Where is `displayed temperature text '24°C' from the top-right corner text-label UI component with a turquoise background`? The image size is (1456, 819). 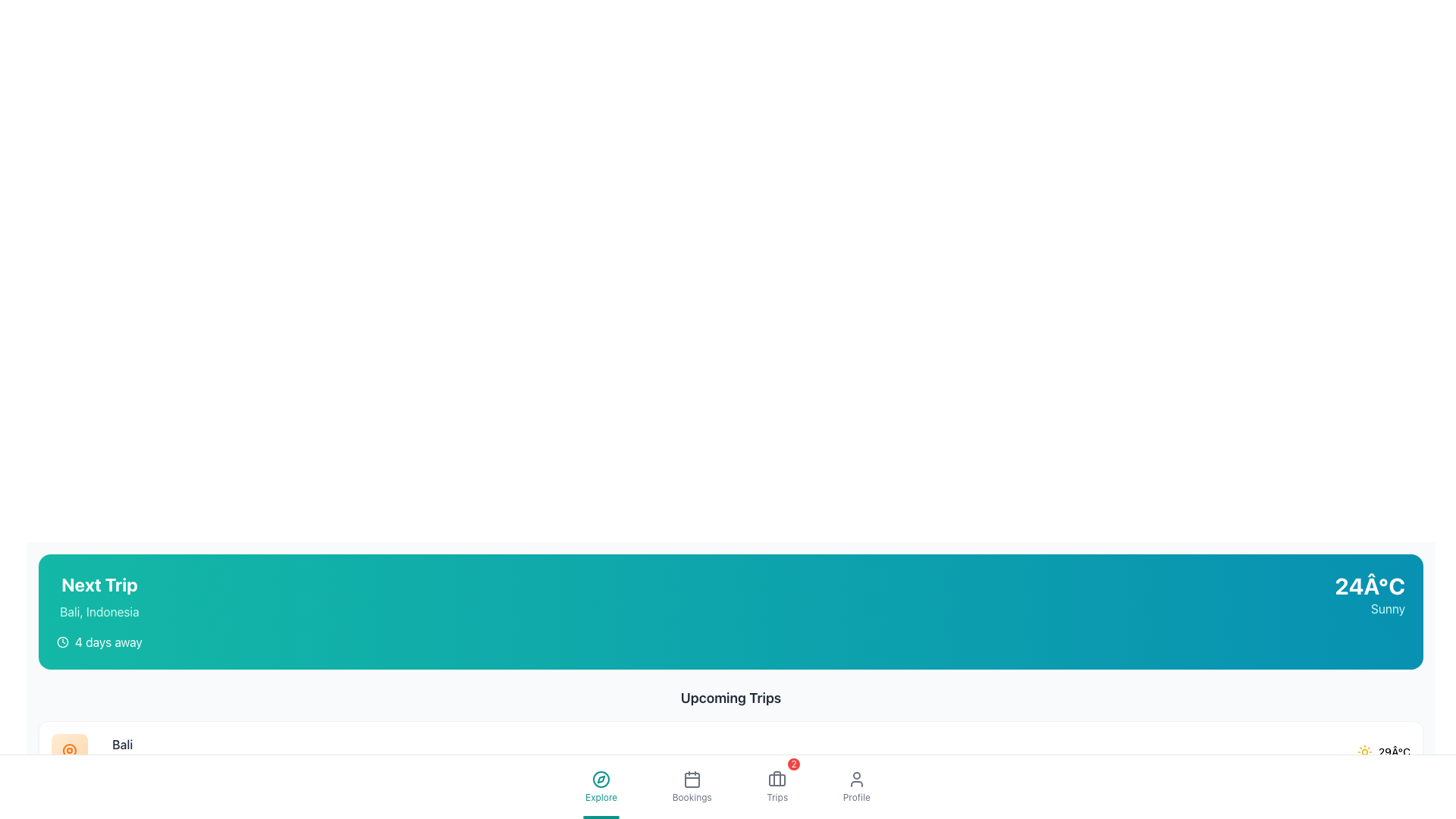
displayed temperature text '24°C' from the top-right corner text-label UI component with a turquoise background is located at coordinates (1370, 585).